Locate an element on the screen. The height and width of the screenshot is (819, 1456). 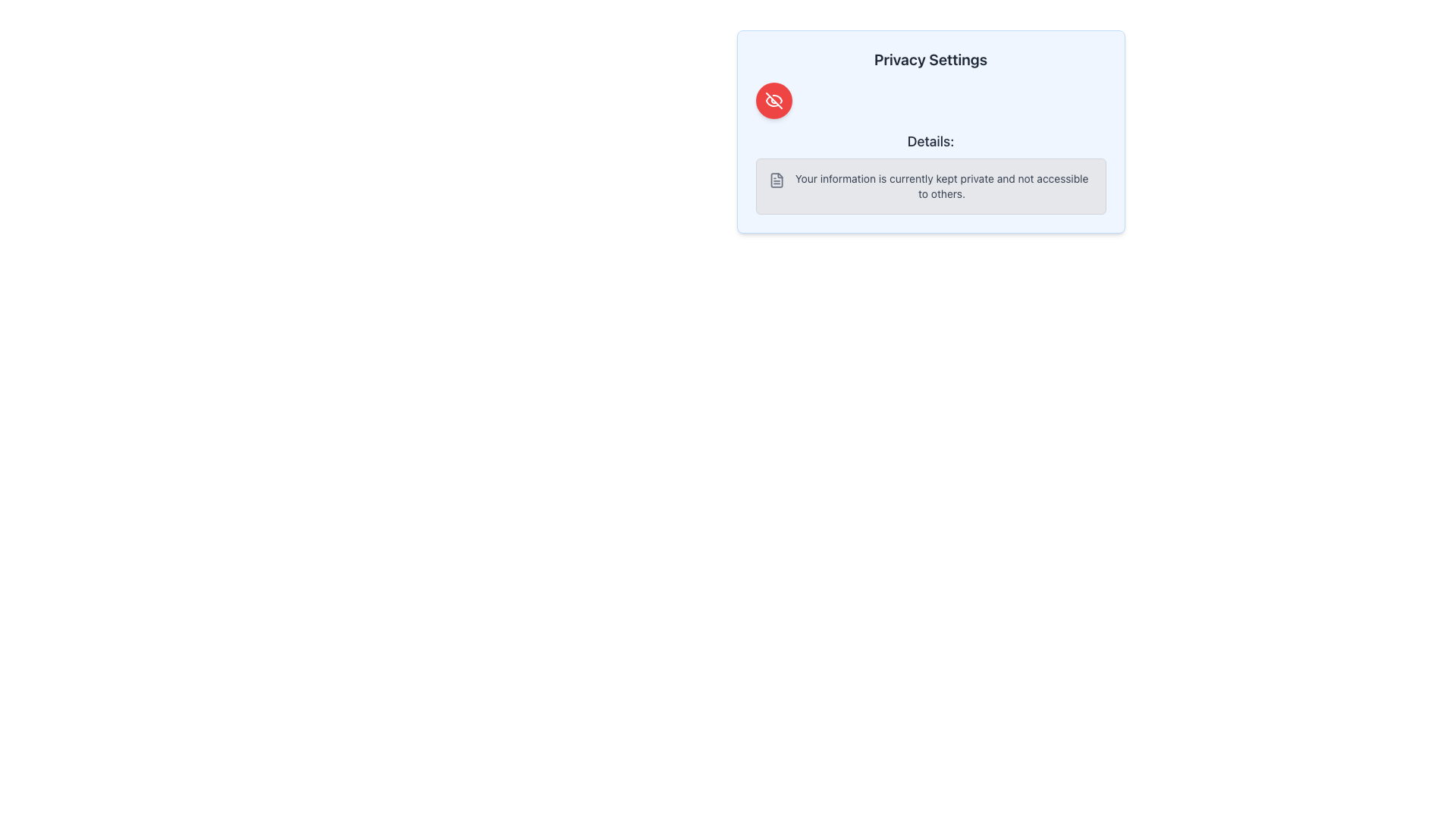
the privacy toggle icon located in the upper-left corner of the blue card interface labeled 'Privacy Settings' is located at coordinates (773, 100).